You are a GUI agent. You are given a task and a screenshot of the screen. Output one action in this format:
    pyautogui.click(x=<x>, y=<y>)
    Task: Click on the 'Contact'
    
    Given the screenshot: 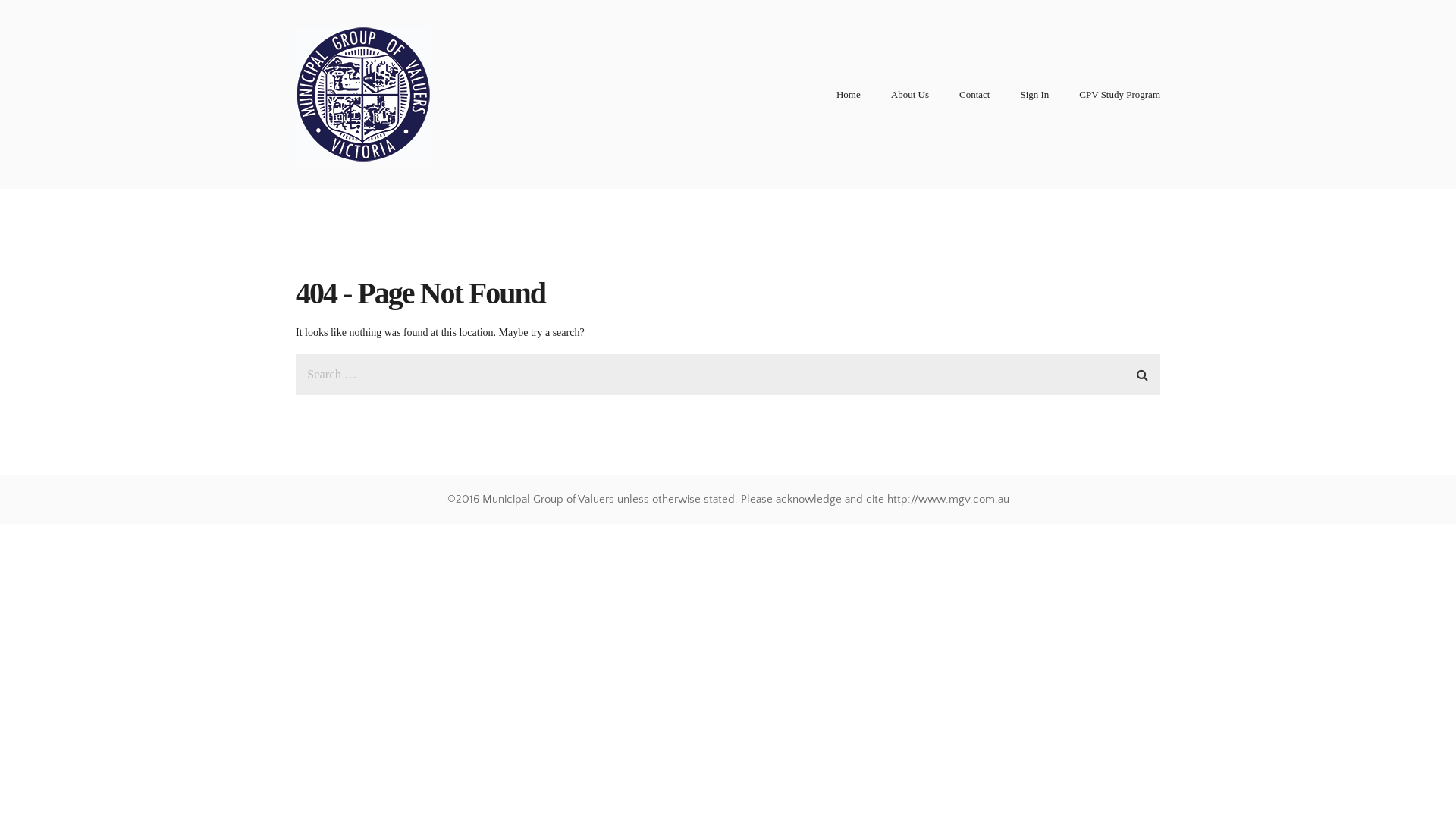 What is the action you would take?
    pyautogui.click(x=959, y=94)
    